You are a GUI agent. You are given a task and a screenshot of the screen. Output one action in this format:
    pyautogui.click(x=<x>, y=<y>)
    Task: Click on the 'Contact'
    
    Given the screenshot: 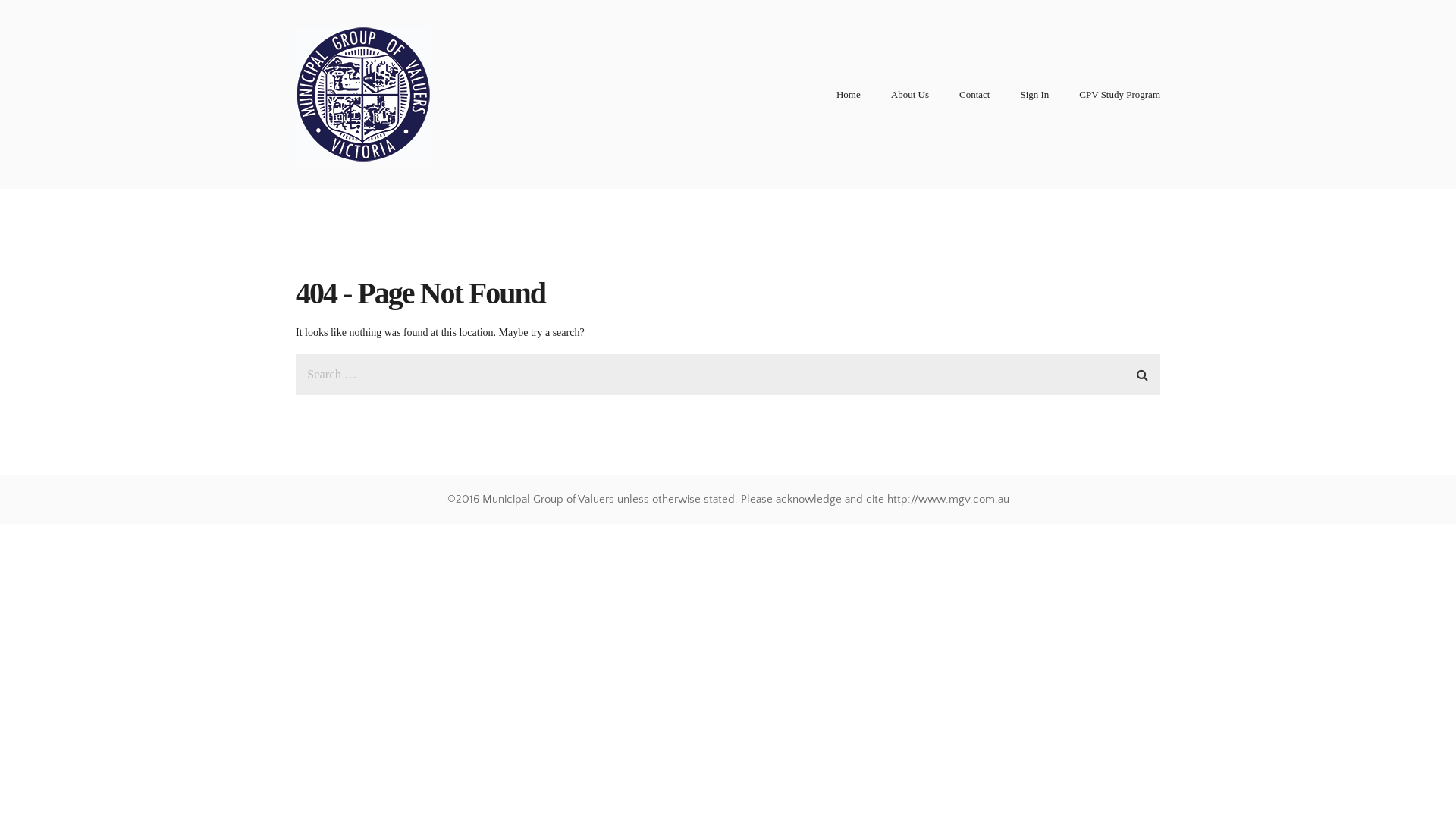 What is the action you would take?
    pyautogui.click(x=959, y=94)
    